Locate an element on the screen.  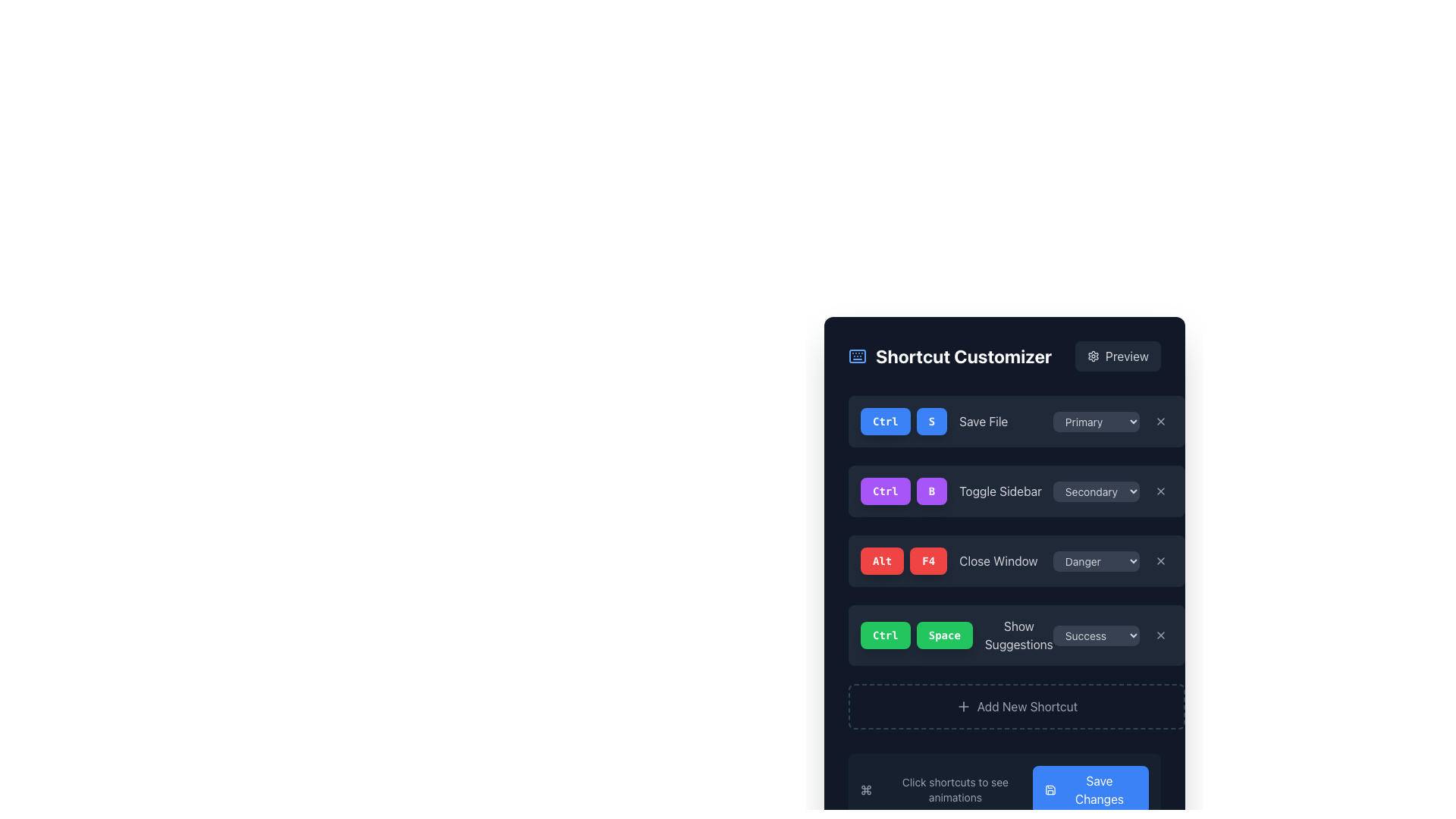
the close button styled as a circle with an 'X' icon inside, located in the top-right corner of the 'Toggle Sidebar' row in the 'Shortcut Customizer' interface is located at coordinates (1159, 491).